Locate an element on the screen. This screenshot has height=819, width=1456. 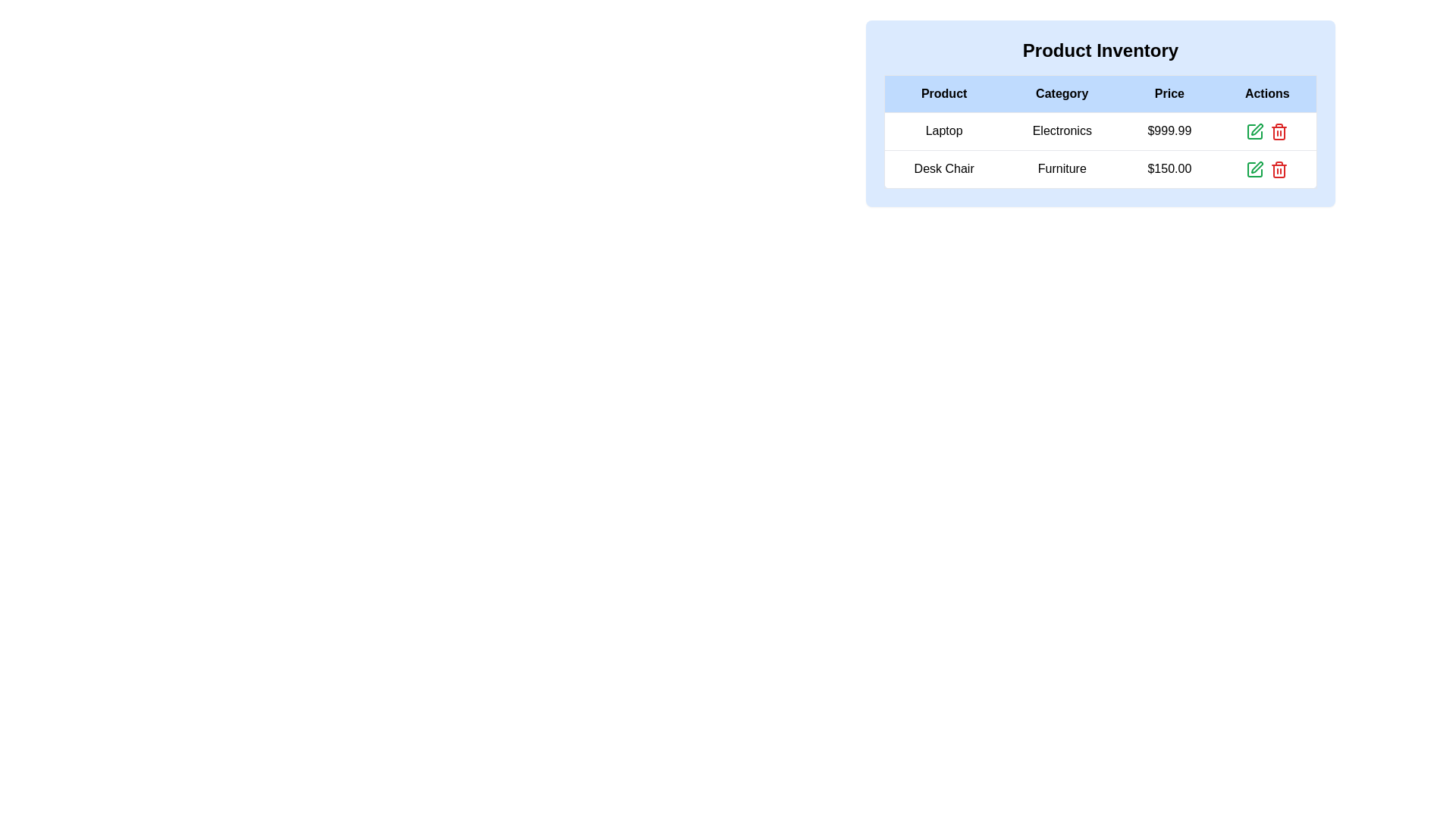
the red trash bin icon is located at coordinates (1279, 169).